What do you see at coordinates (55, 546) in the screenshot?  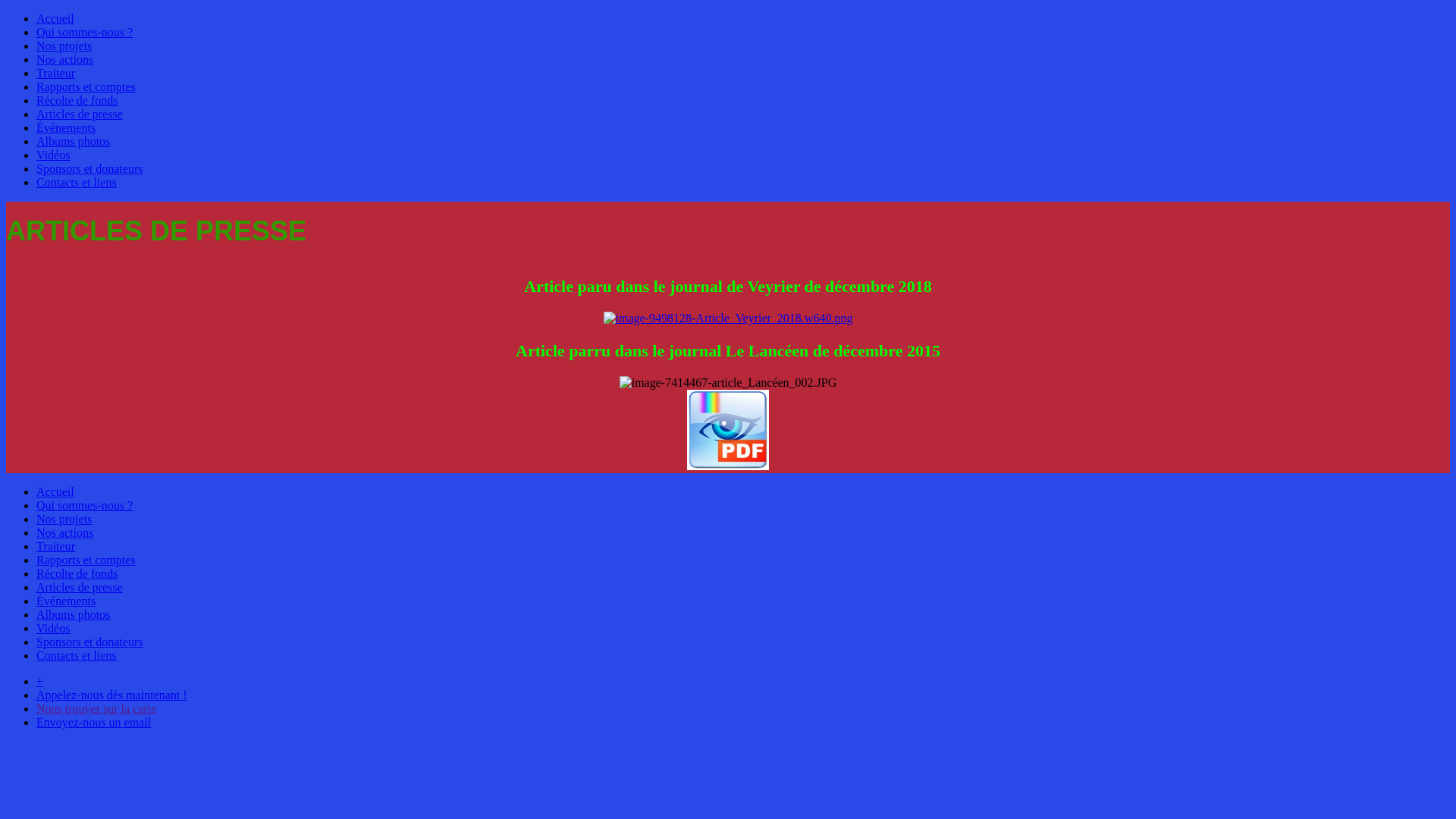 I see `'Traiteur'` at bounding box center [55, 546].